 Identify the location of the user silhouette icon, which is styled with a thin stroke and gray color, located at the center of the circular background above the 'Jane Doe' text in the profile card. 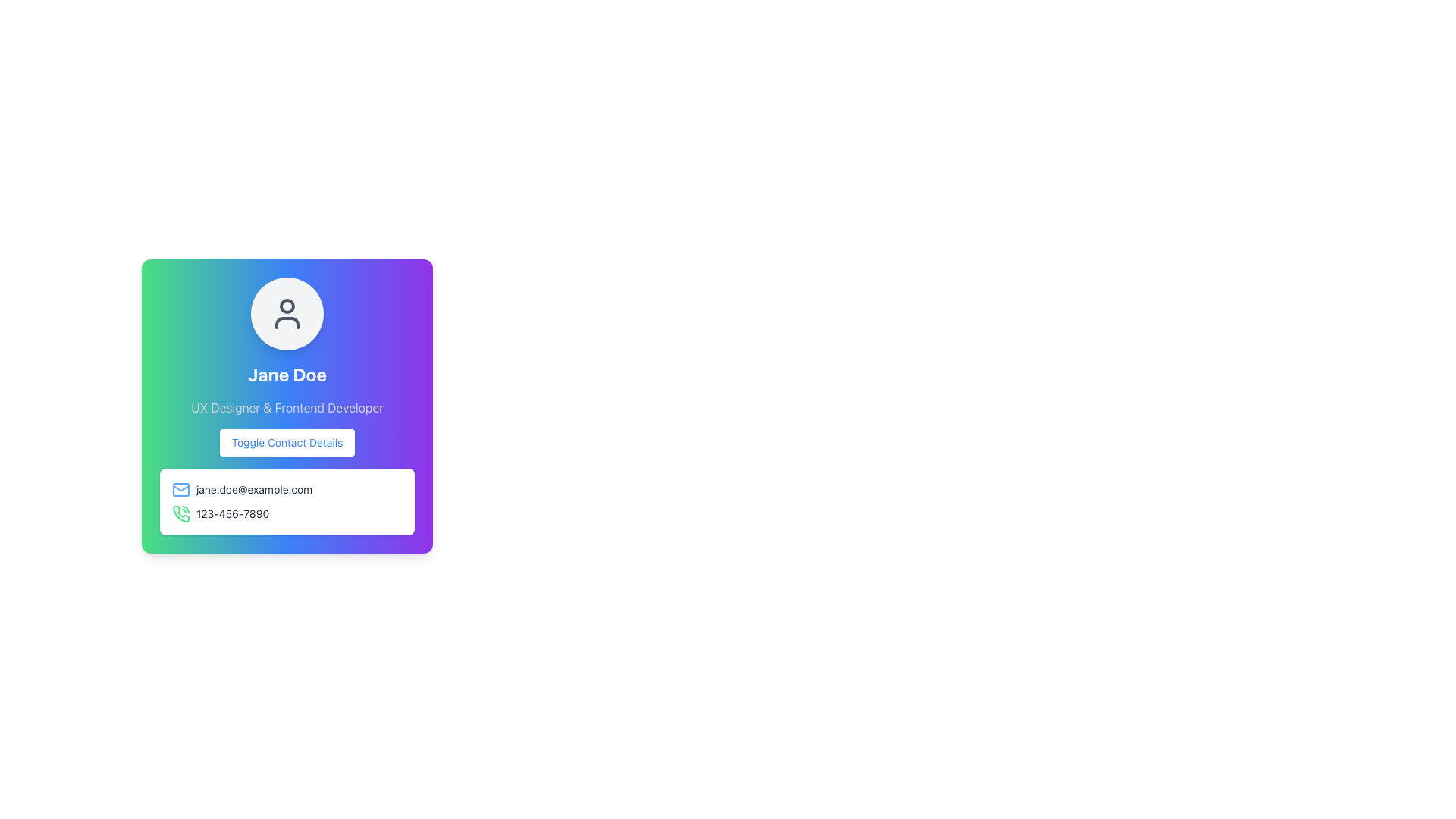
(287, 312).